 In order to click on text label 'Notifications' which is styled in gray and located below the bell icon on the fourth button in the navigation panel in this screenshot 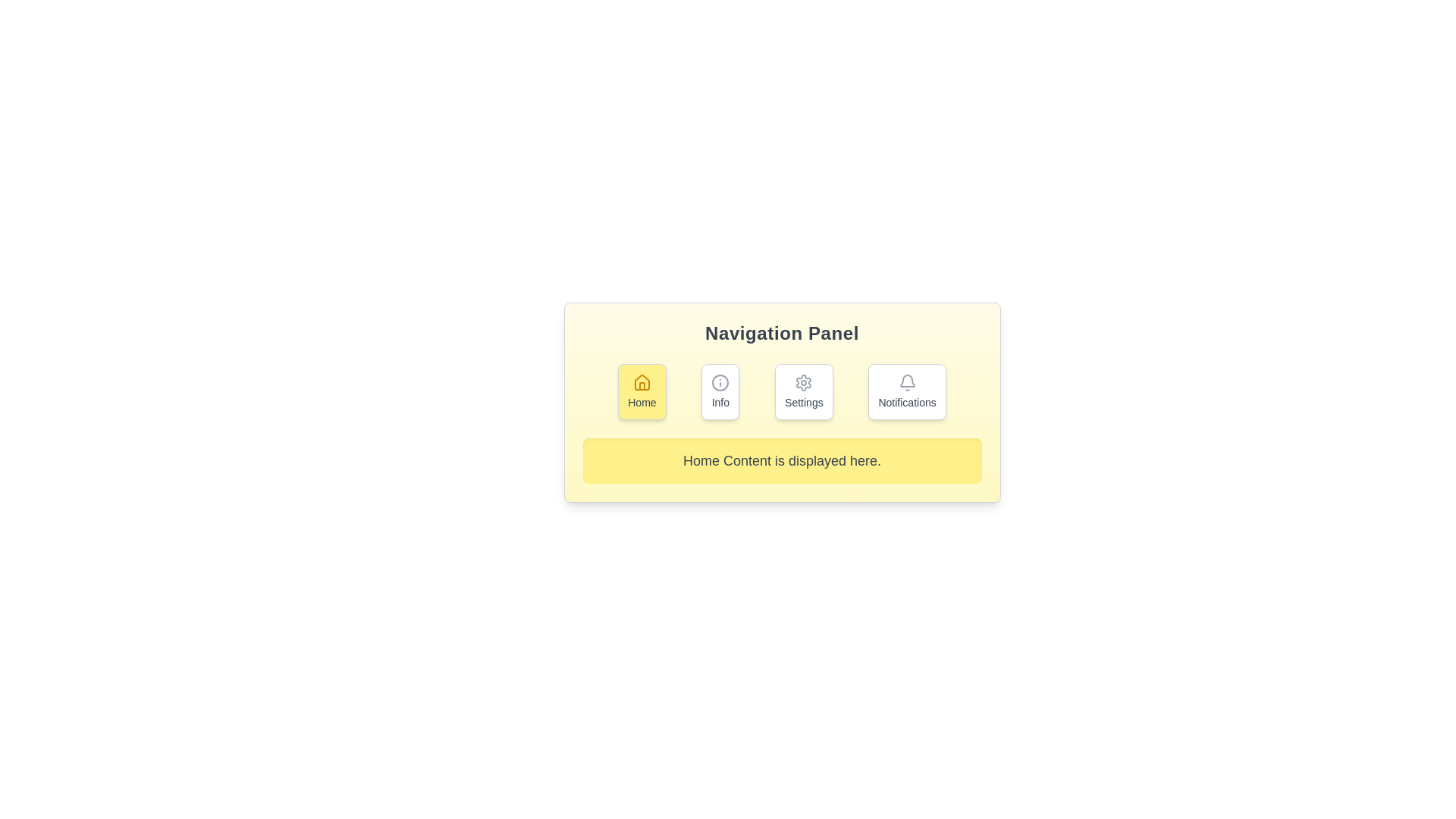, I will do `click(907, 402)`.